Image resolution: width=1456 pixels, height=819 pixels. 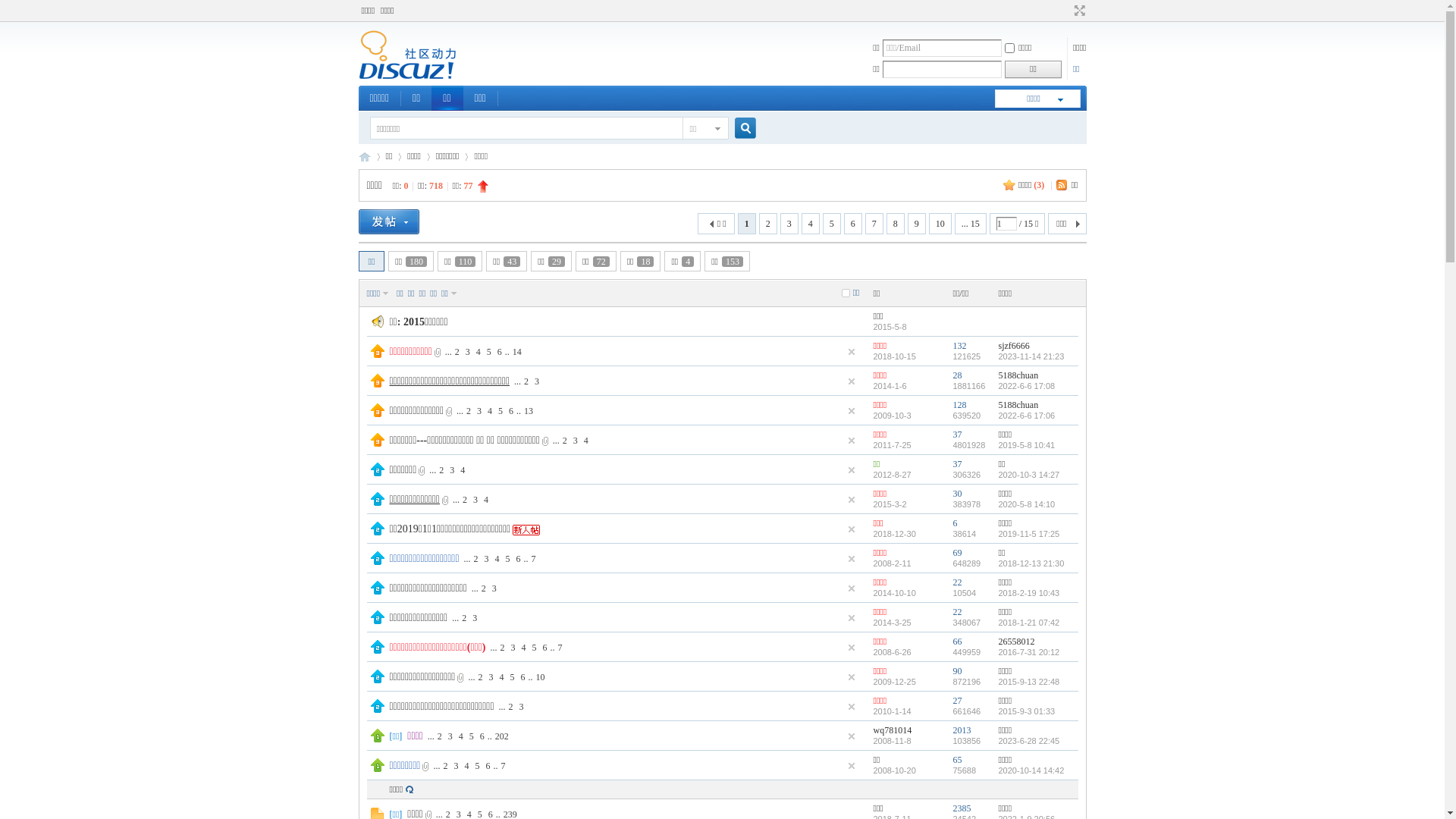 I want to click on '5', so click(x=831, y=223).